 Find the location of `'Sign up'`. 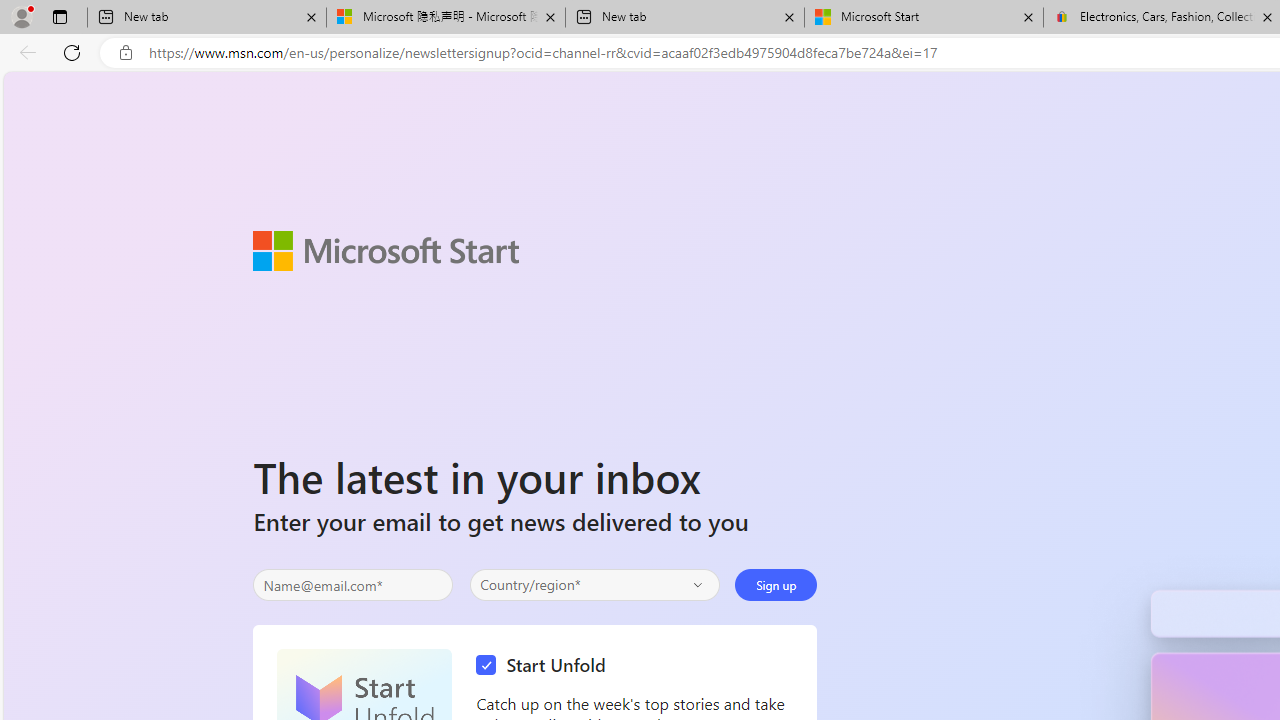

'Sign up' is located at coordinates (775, 585).